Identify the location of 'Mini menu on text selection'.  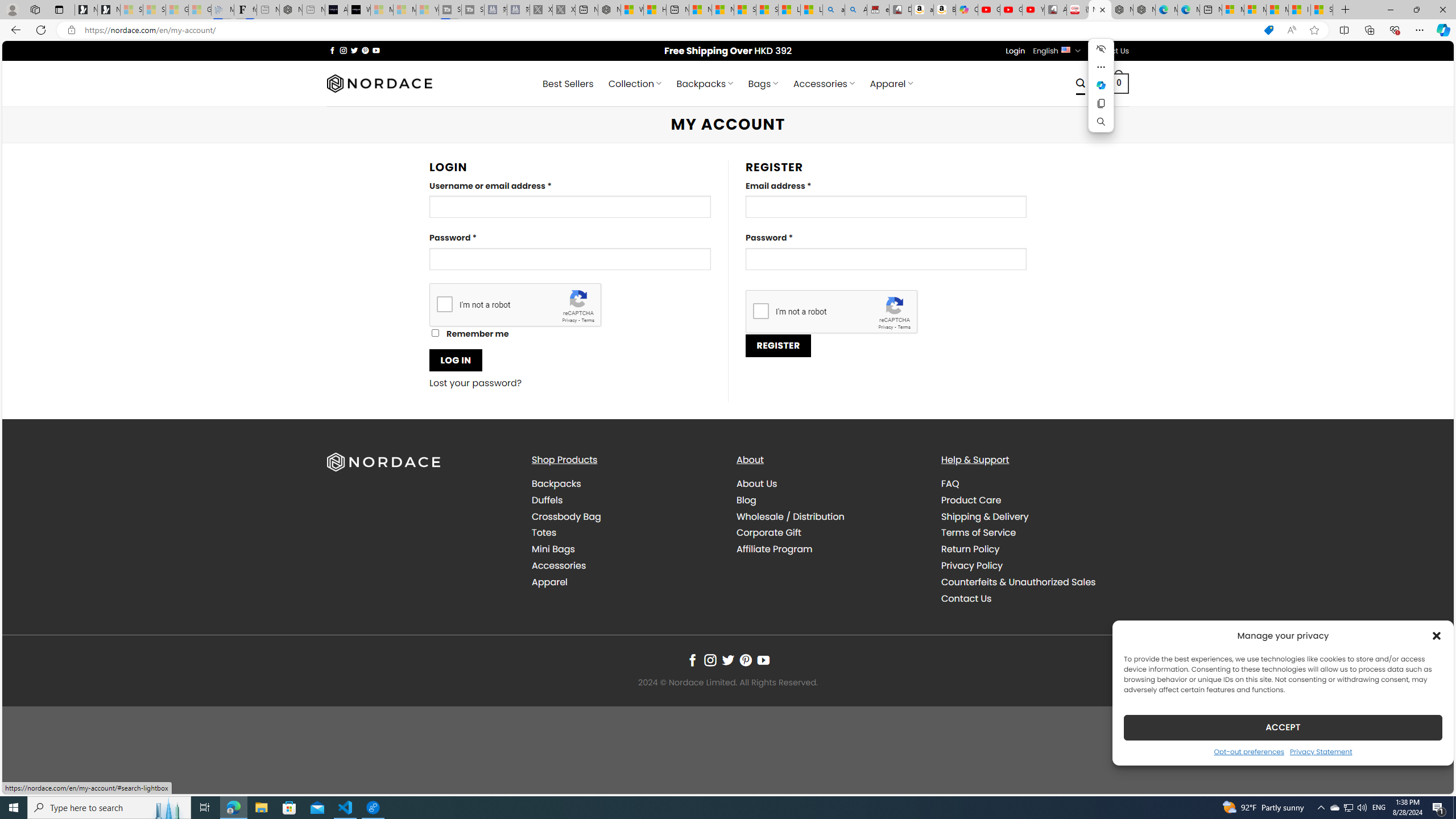
(1101, 92).